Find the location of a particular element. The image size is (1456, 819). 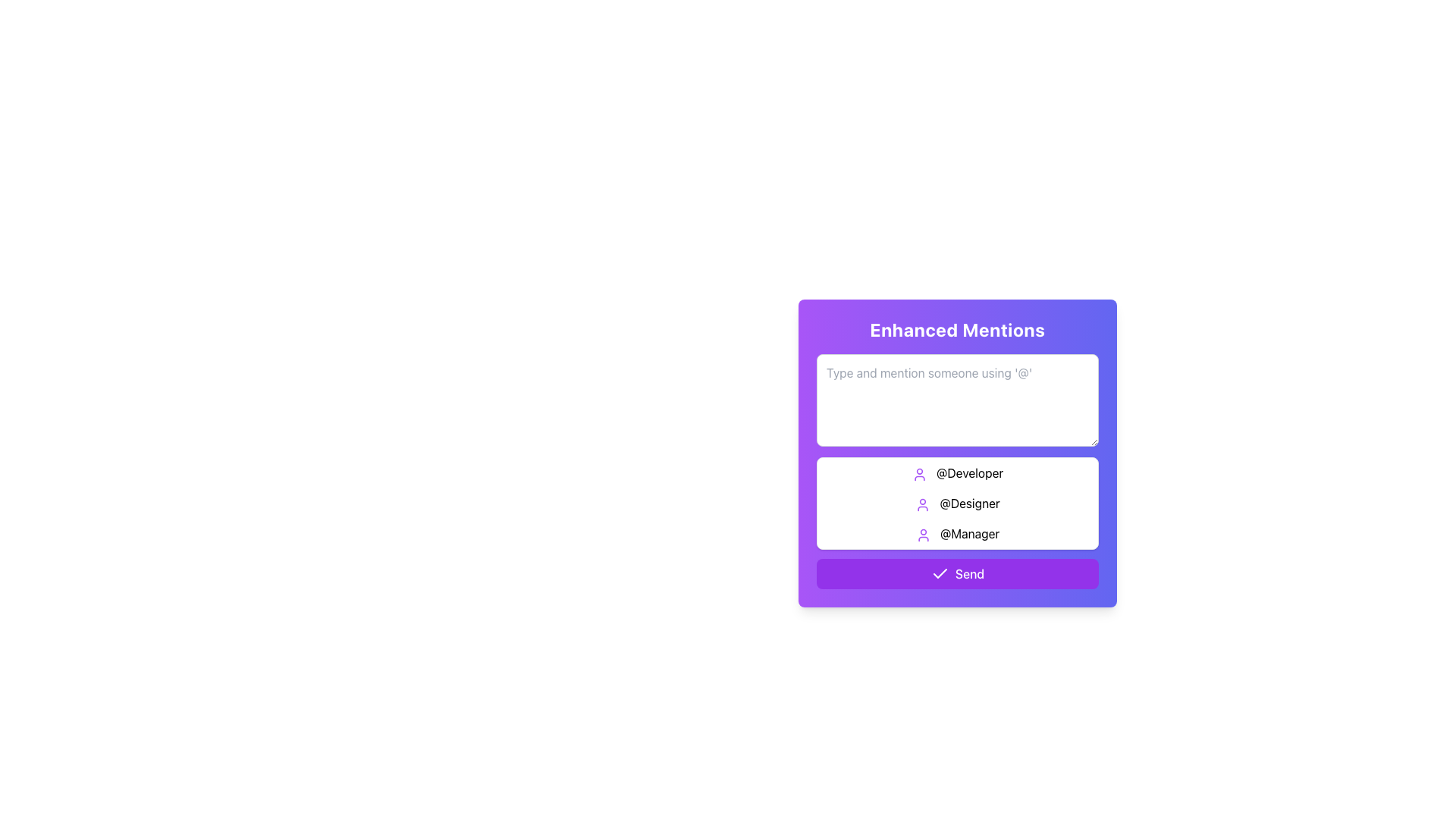

the '@Designer' option in the dropdown menu located directly below the text input box with the placeholder 'Type and mention someone using "@"' is located at coordinates (956, 503).